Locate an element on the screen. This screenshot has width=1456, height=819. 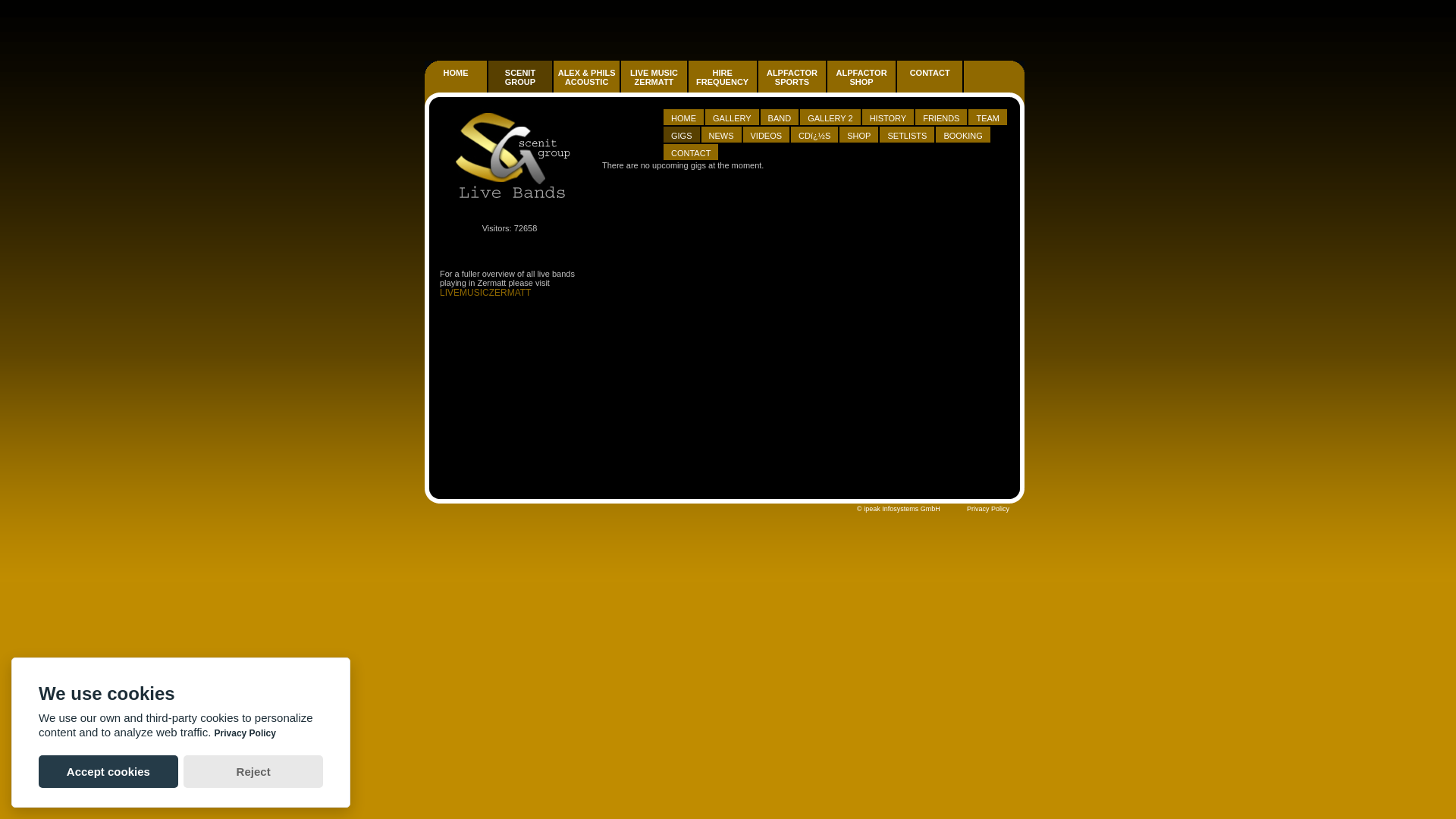
'NEWS' is located at coordinates (720, 133).